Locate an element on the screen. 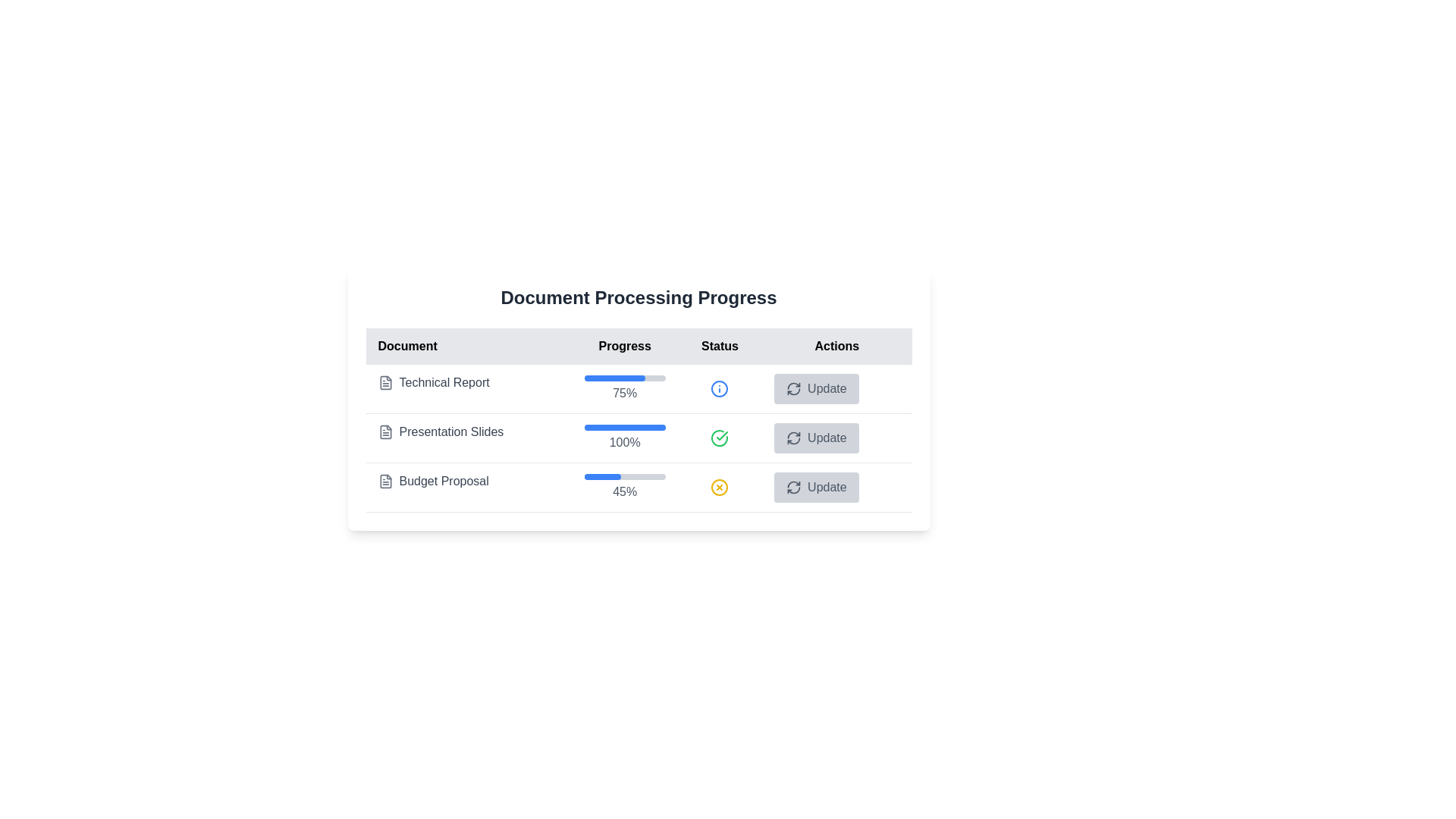 Image resolution: width=1456 pixels, height=819 pixels. status indicators within the document tracking table, which is centrally located in a card with a white background and rounded corners is located at coordinates (639, 420).